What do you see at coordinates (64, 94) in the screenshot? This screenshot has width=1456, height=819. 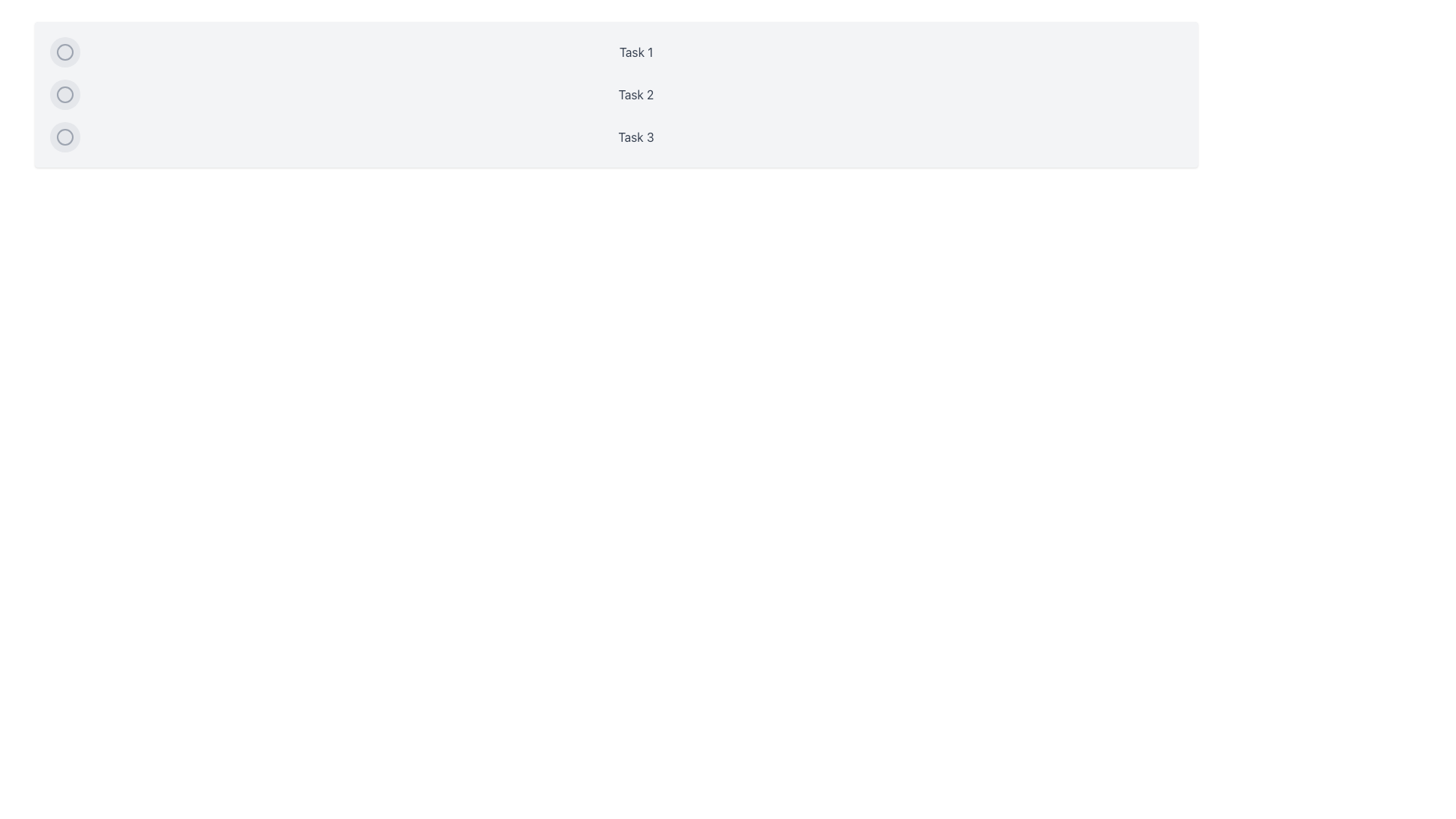 I see `the button associated with 'Task 2', which is a circular button located to the left of the task label in a vertical list` at bounding box center [64, 94].